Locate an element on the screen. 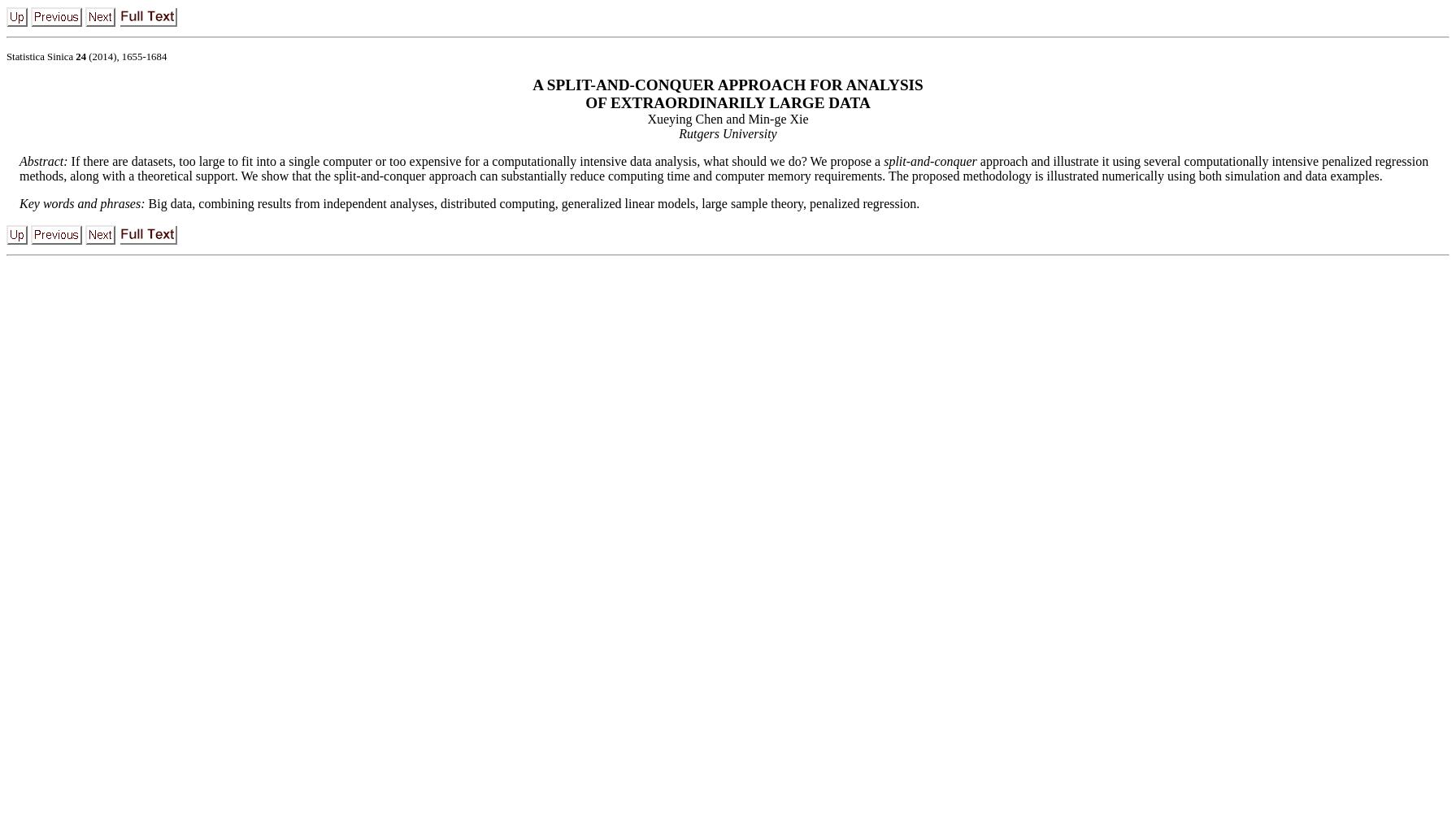 The width and height of the screenshot is (1456, 813). 'Abstract:' is located at coordinates (45, 160).